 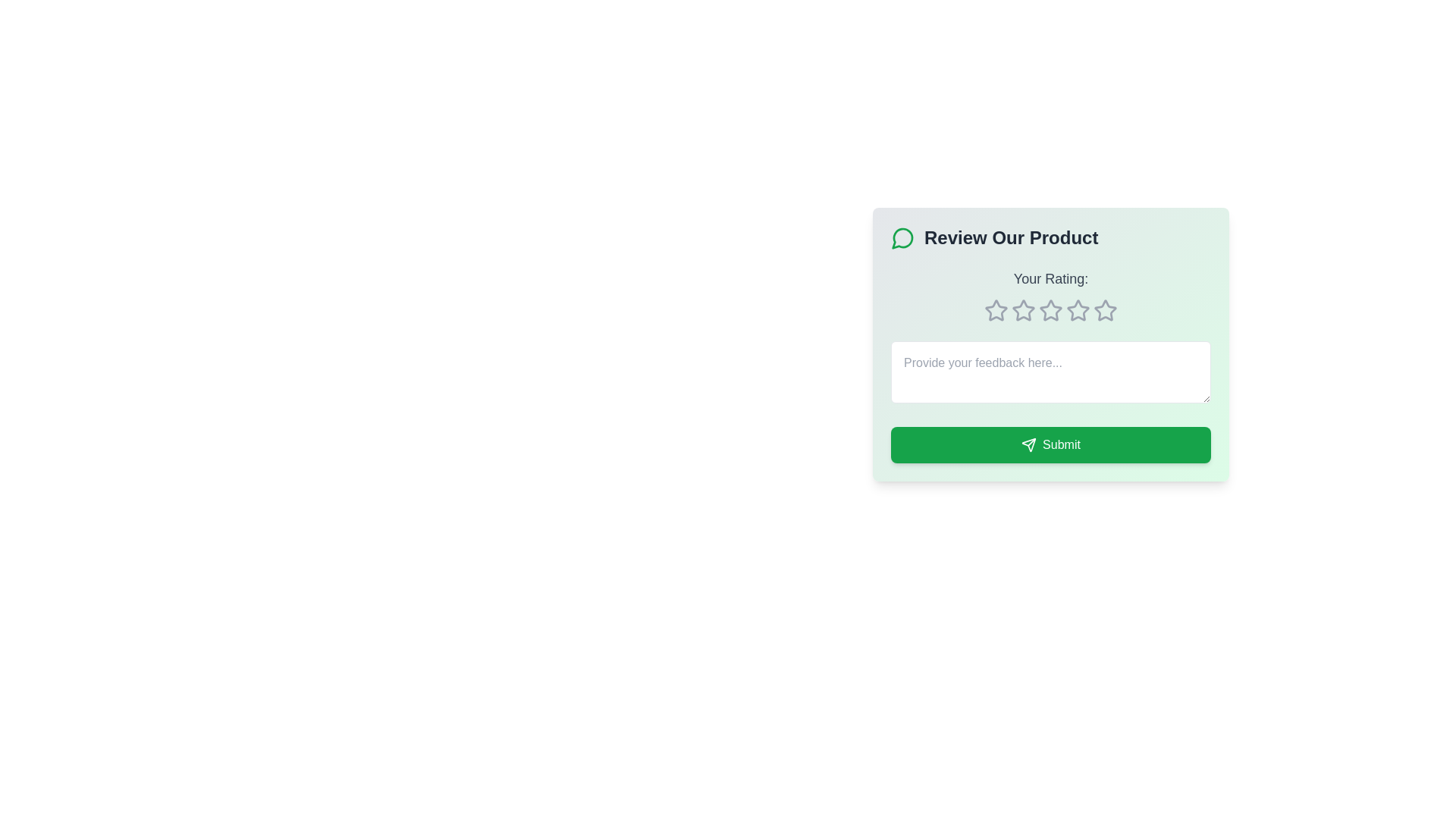 I want to click on the Text Label with Icon that reads 'Review Our Product' and features a green message bubble icon to its left, located at the top of a rectangular card, so click(x=1050, y=237).